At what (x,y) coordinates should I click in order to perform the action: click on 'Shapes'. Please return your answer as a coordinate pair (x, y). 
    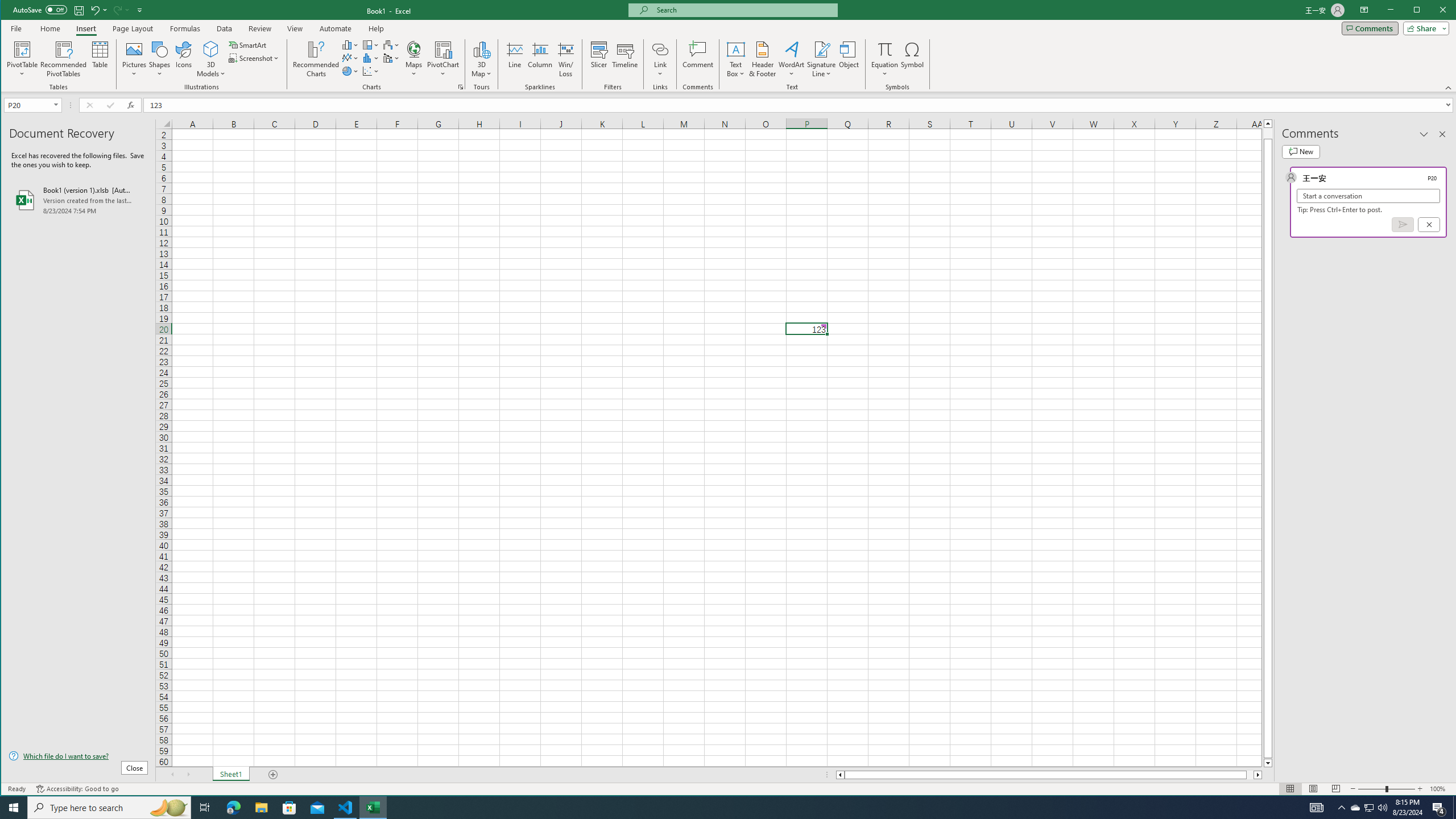
    Looking at the image, I should click on (160, 59).